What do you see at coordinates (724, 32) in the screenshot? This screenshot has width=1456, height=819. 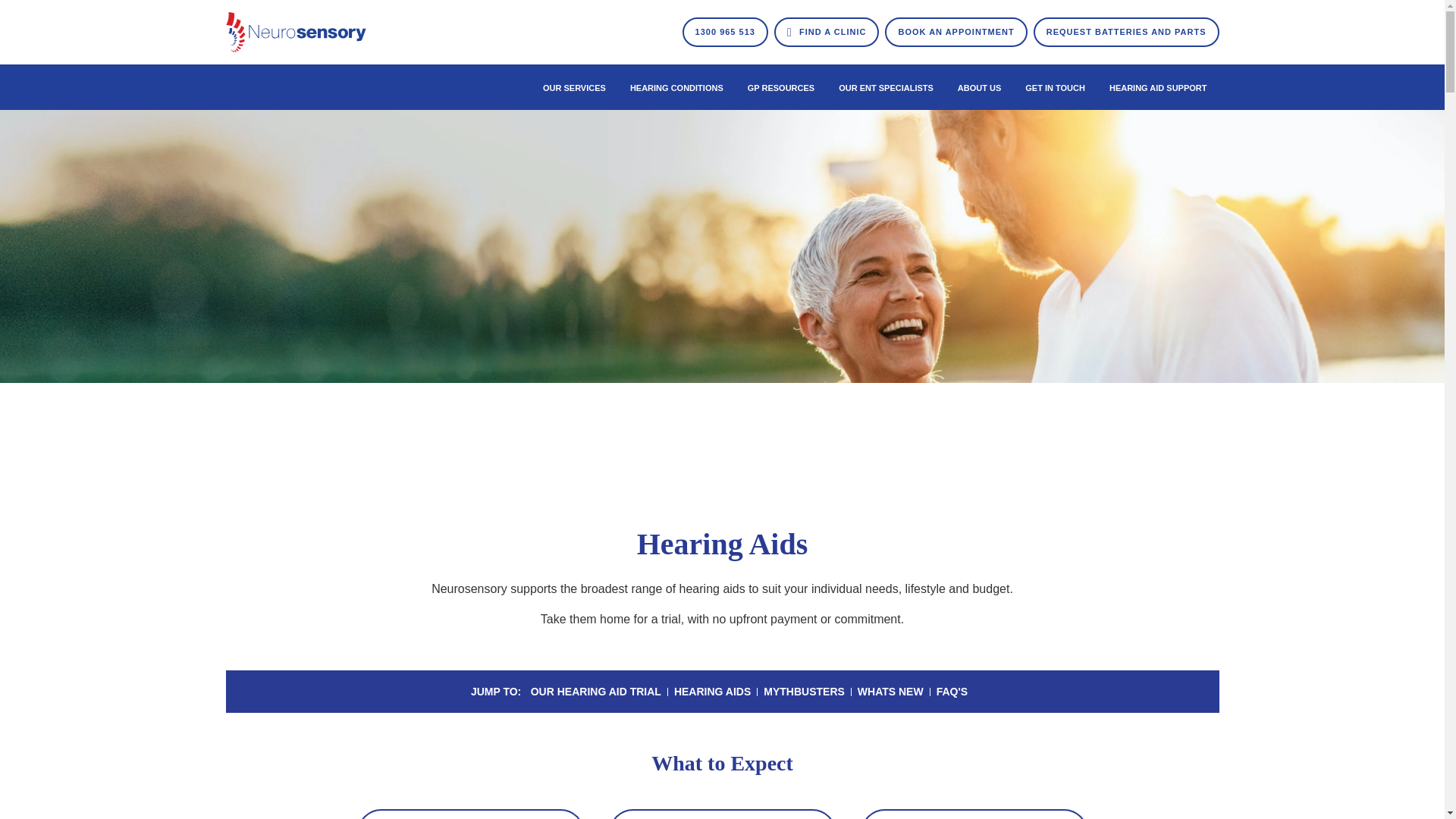 I see `'1300 965 513'` at bounding box center [724, 32].